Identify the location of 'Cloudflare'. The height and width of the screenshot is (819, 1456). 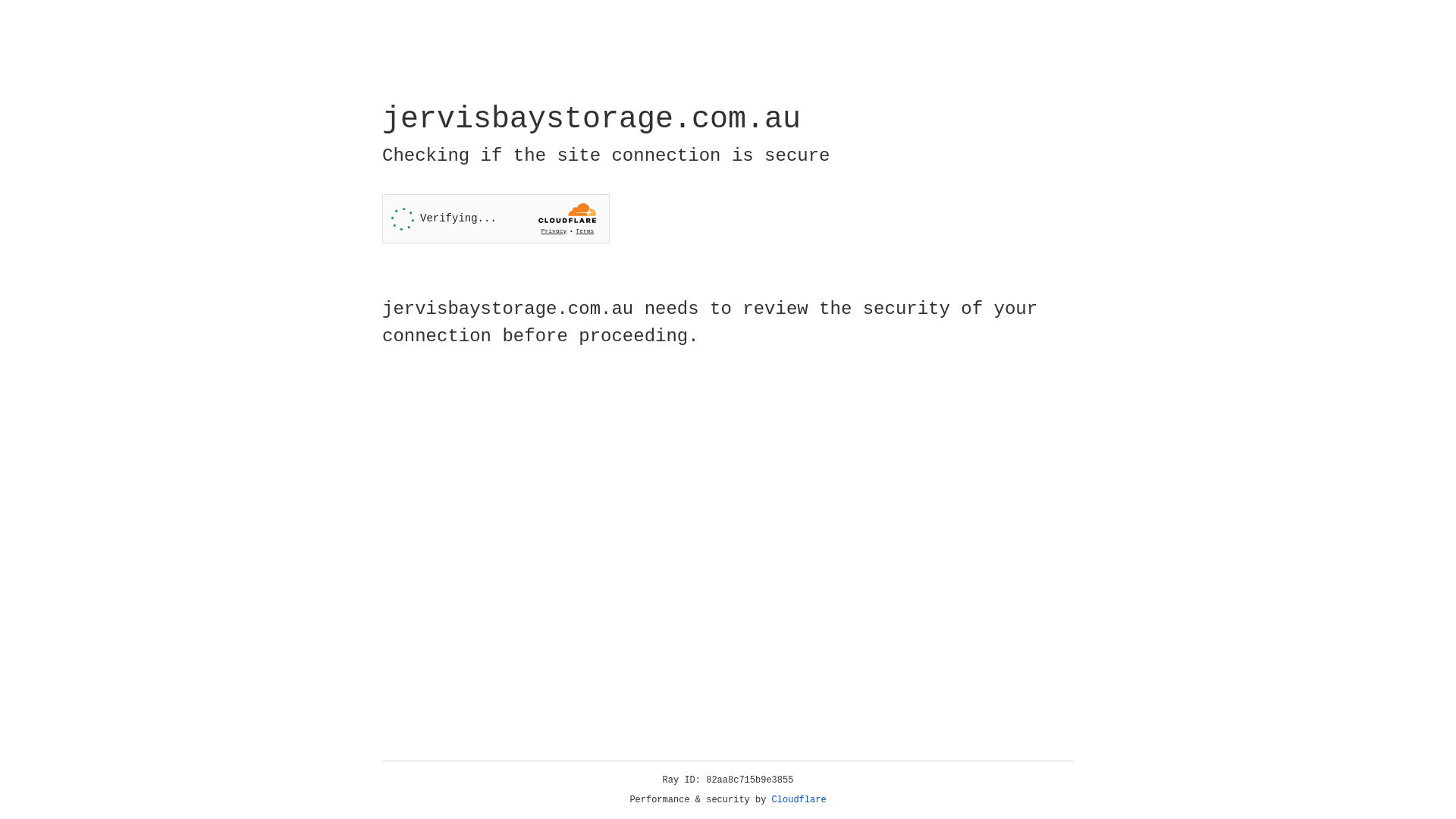
(799, 799).